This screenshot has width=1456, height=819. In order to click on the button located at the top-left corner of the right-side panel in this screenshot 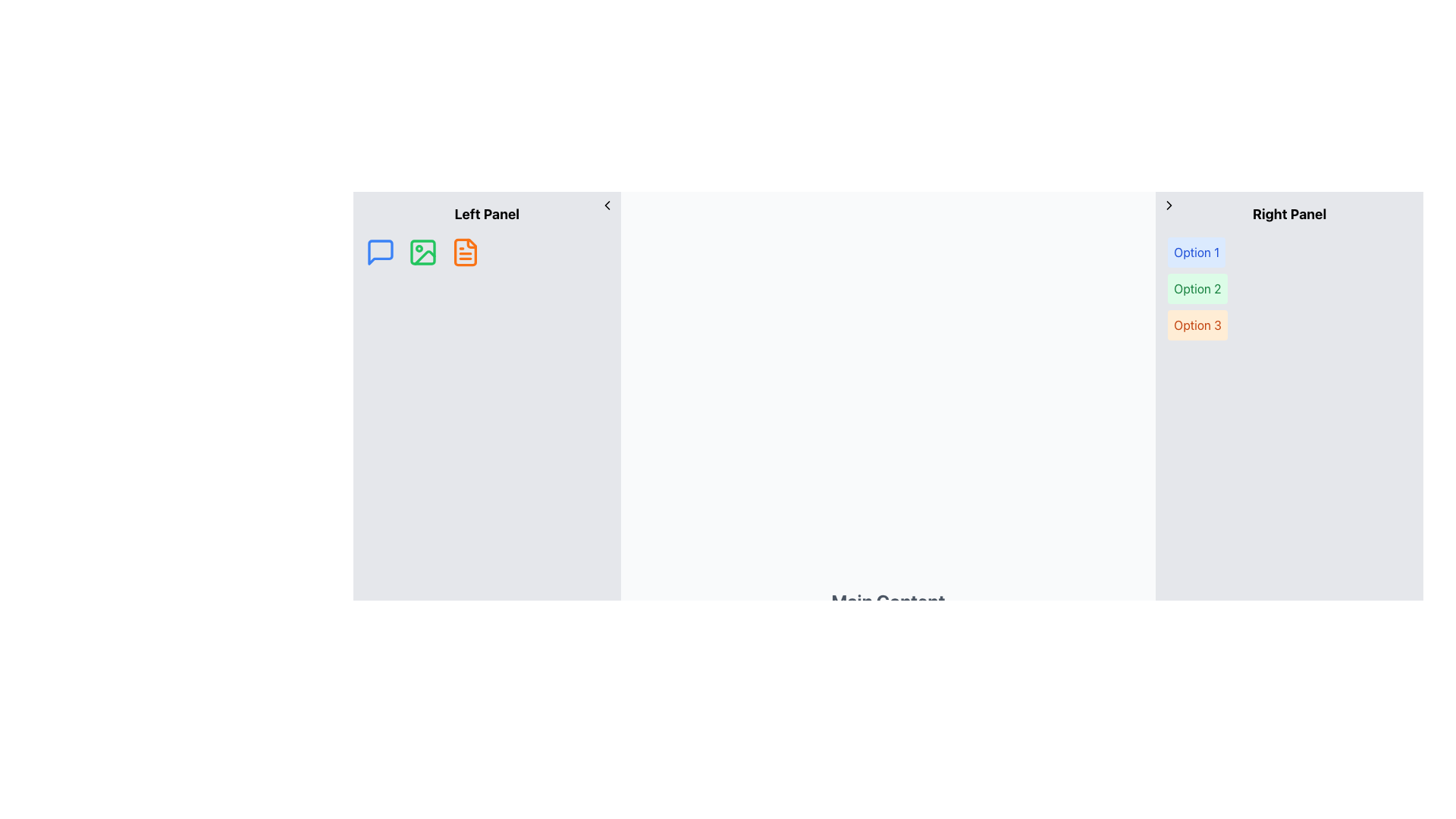, I will do `click(1169, 205)`.